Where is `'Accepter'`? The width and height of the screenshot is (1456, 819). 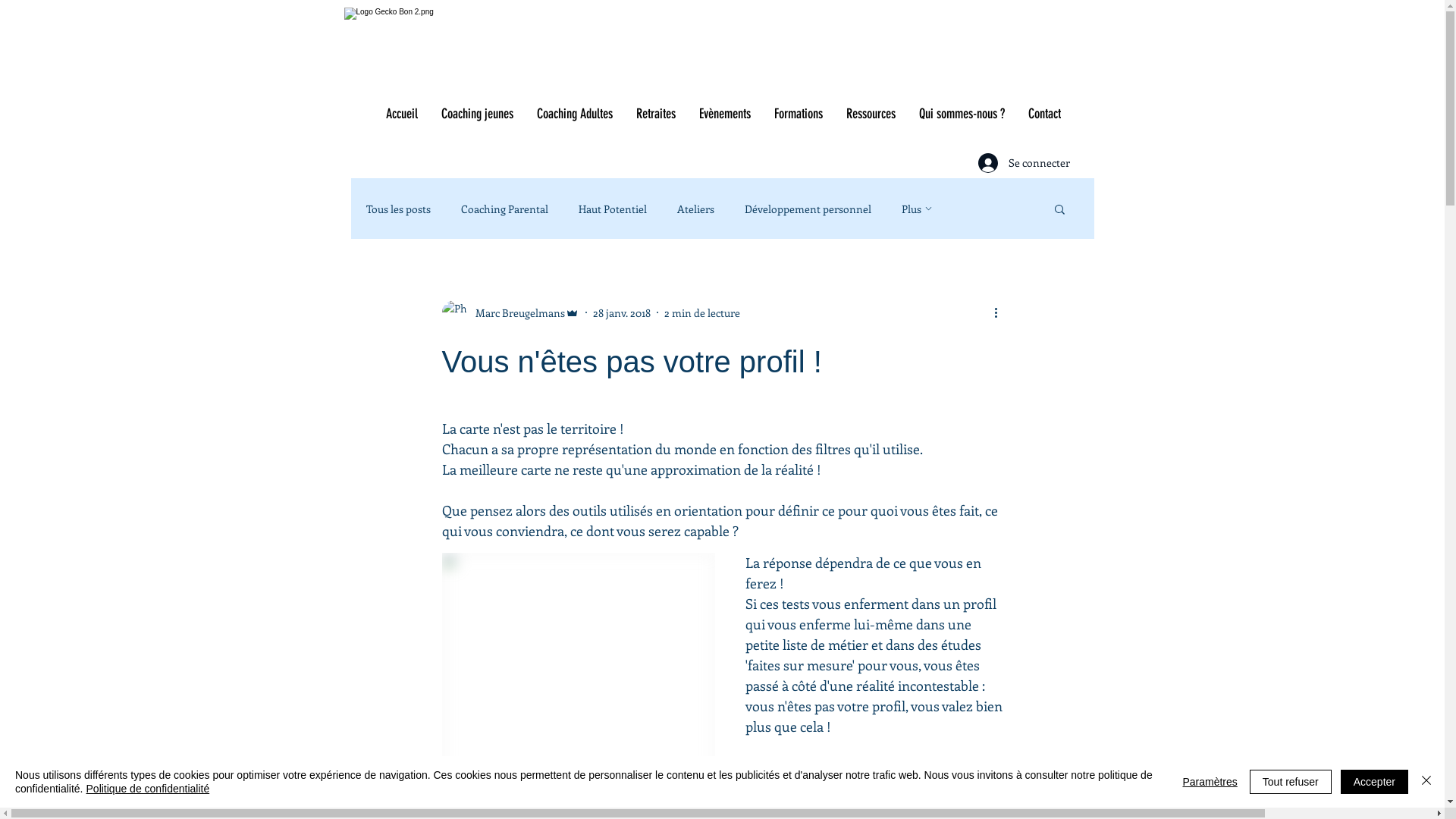
'Accepter' is located at coordinates (1374, 781).